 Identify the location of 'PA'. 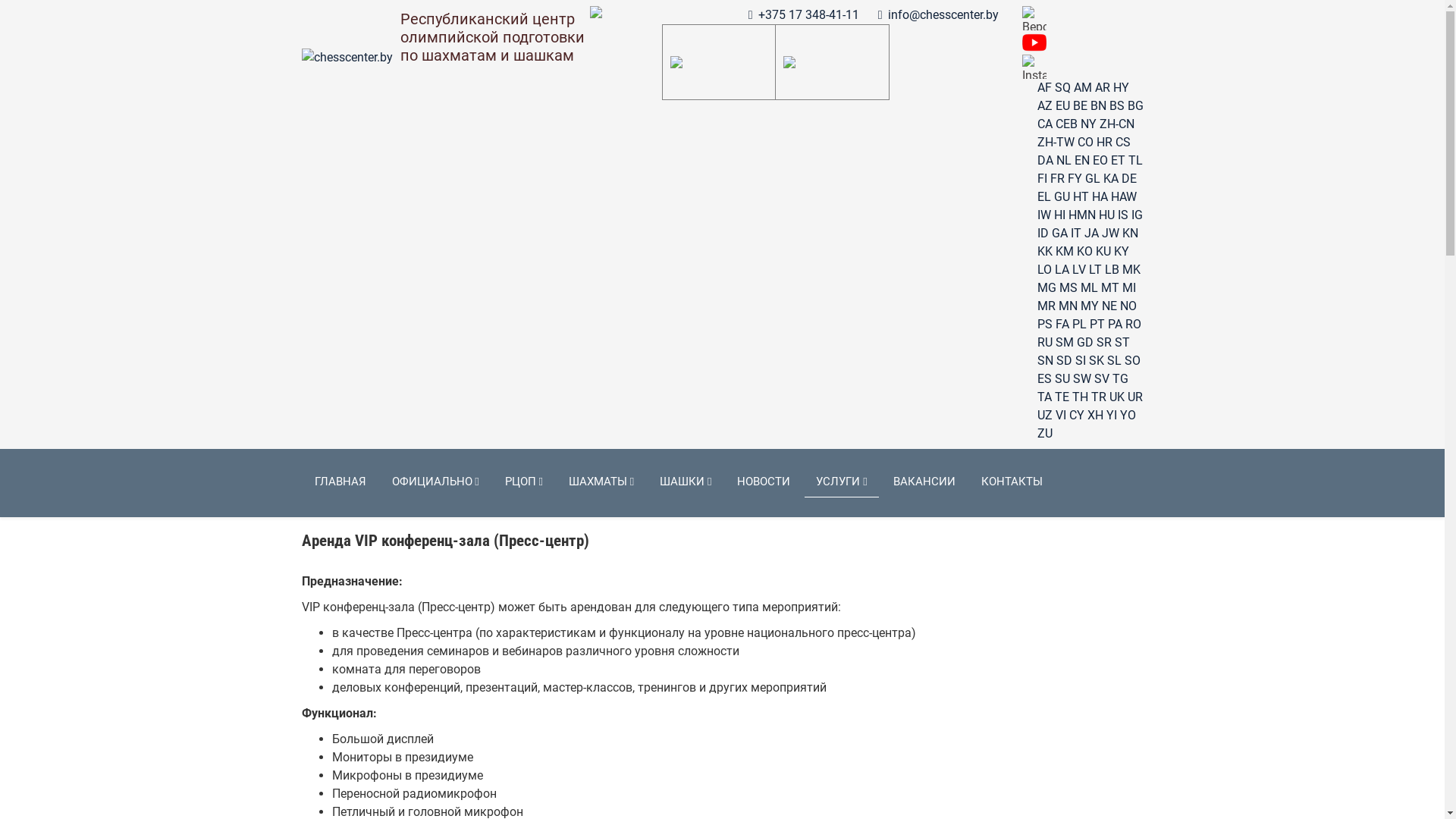
(1106, 323).